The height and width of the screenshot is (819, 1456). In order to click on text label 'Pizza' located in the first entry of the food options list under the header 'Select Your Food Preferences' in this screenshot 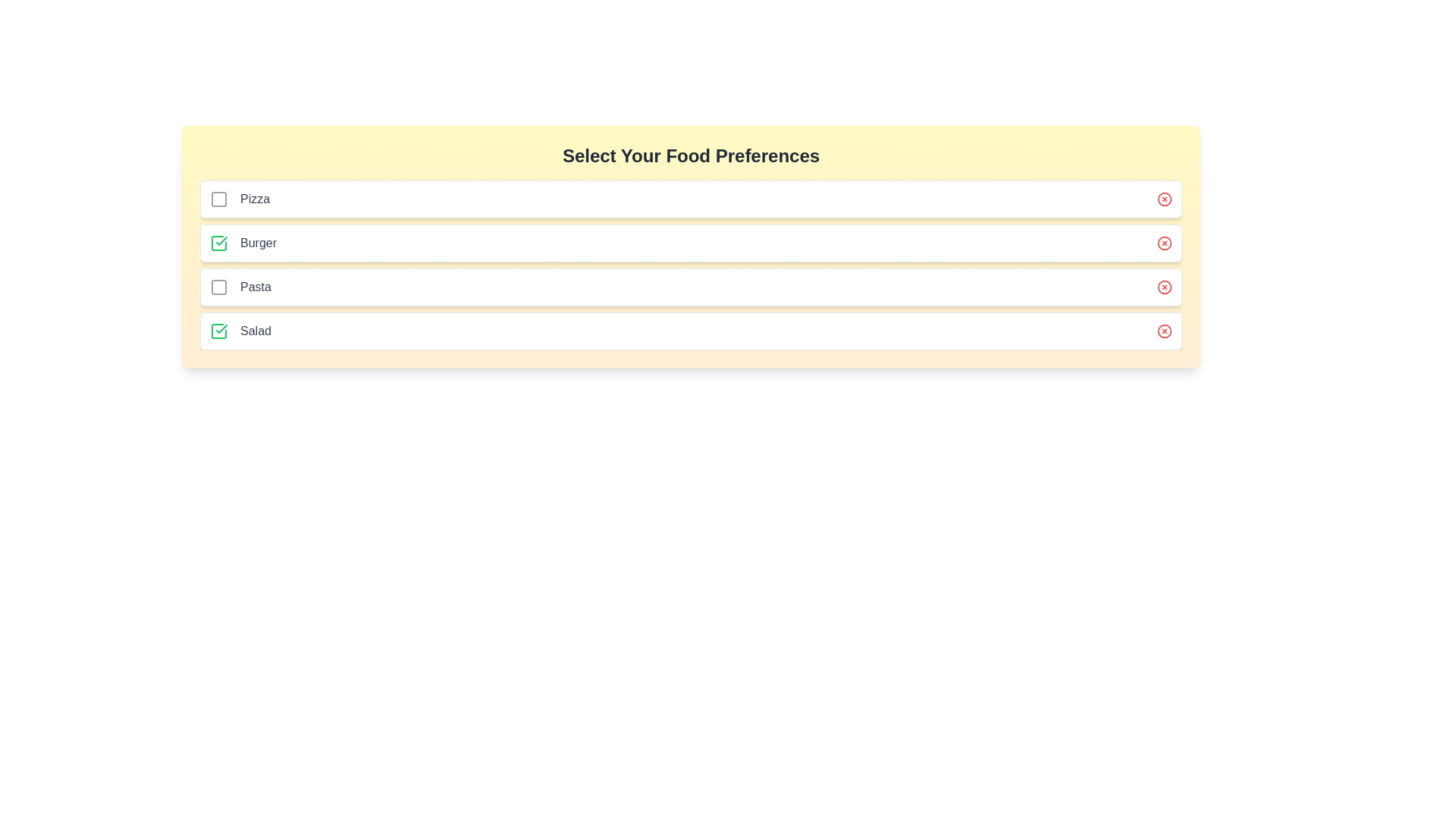, I will do `click(239, 198)`.